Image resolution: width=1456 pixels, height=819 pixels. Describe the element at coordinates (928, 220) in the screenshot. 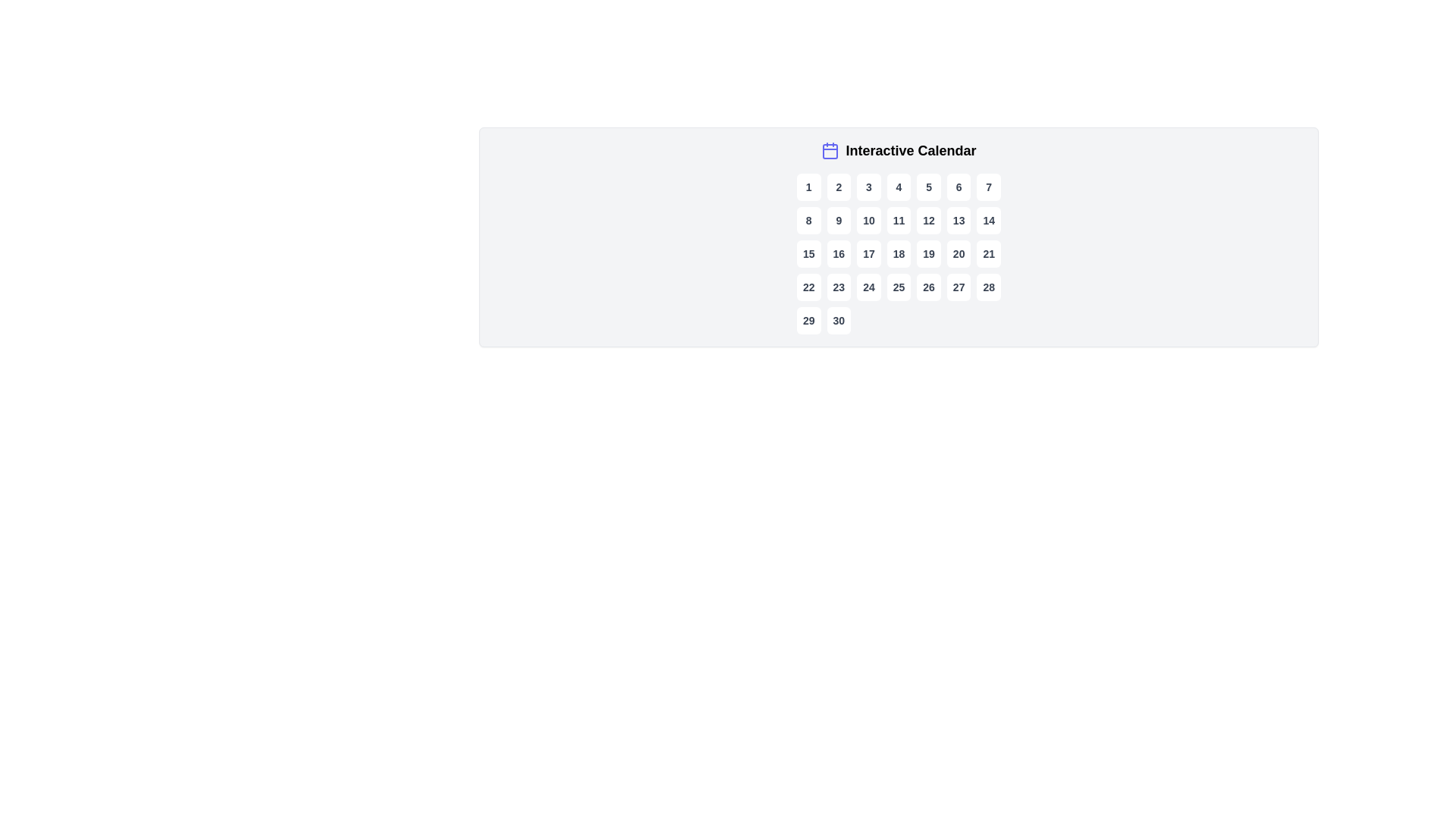

I see `the rounded rectangular button labeled '12' in bold, dark gray font located in the fifth cell of the second row in a calendar grid layout` at that location.